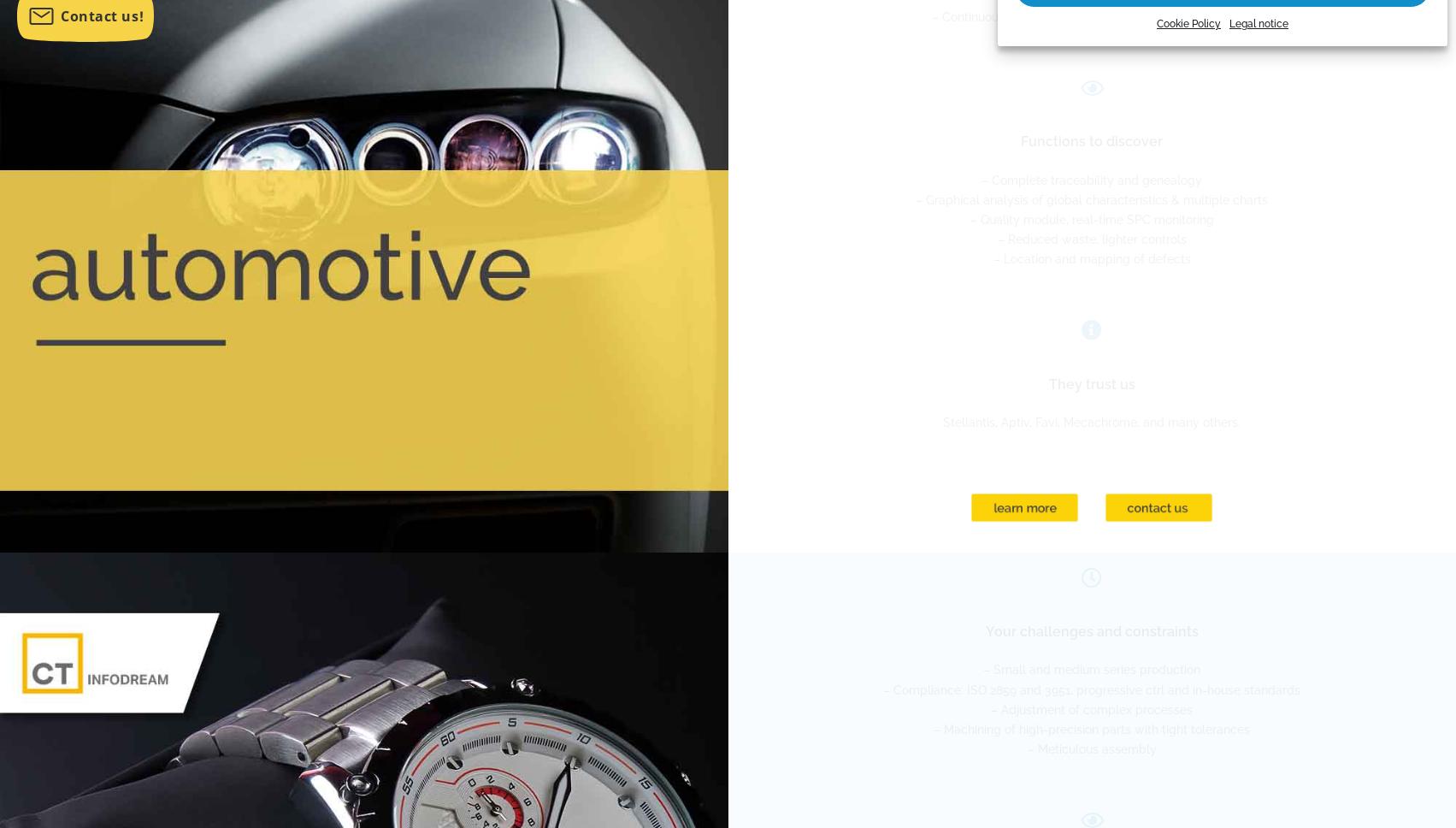  Describe the element at coordinates (1091, 198) in the screenshot. I see `'– Graphical analysis of global characteristics & multiple charts'` at that location.